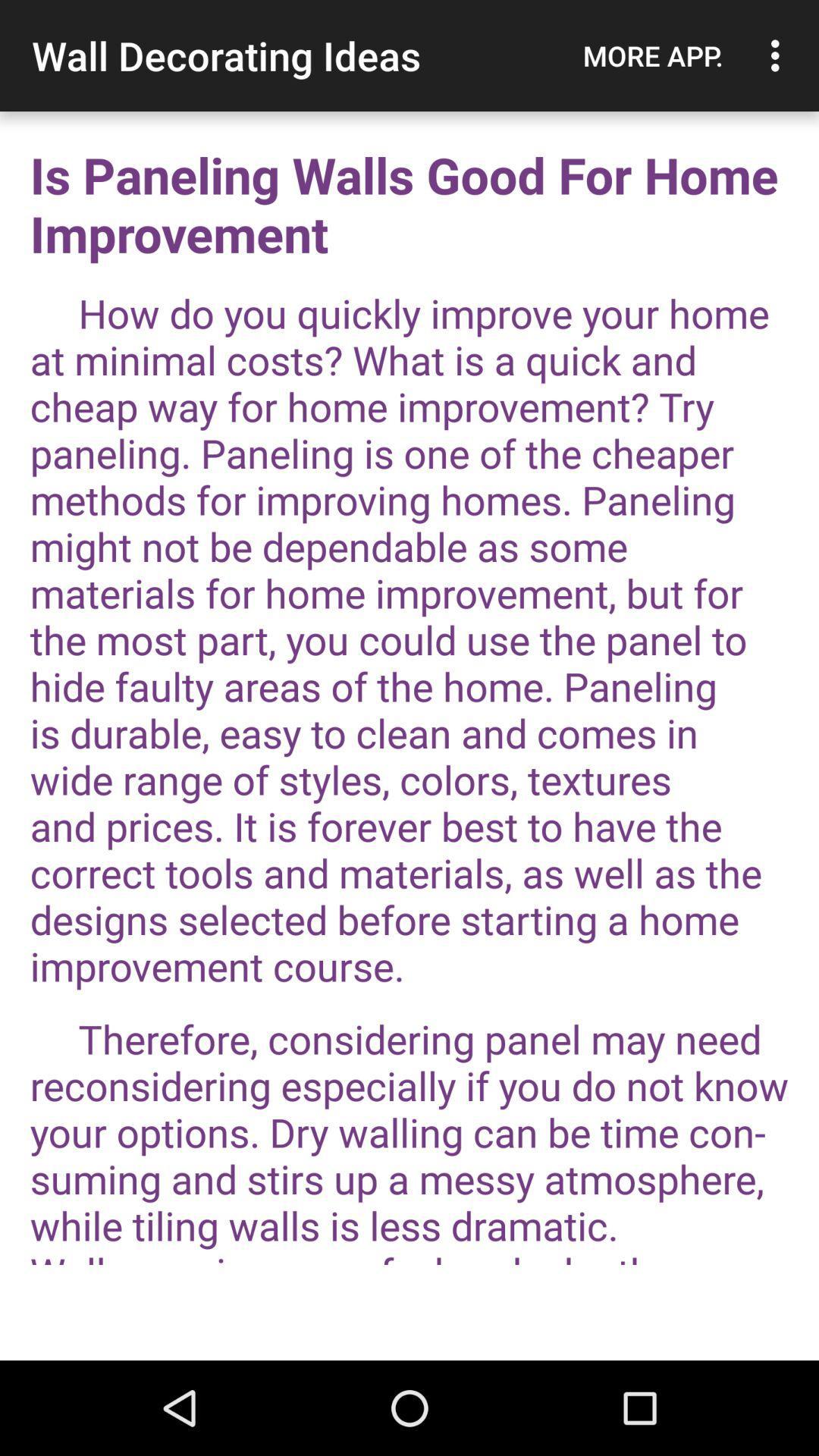 This screenshot has width=819, height=1456. What do you see at coordinates (652, 55) in the screenshot?
I see `the item above is paneling walls app` at bounding box center [652, 55].